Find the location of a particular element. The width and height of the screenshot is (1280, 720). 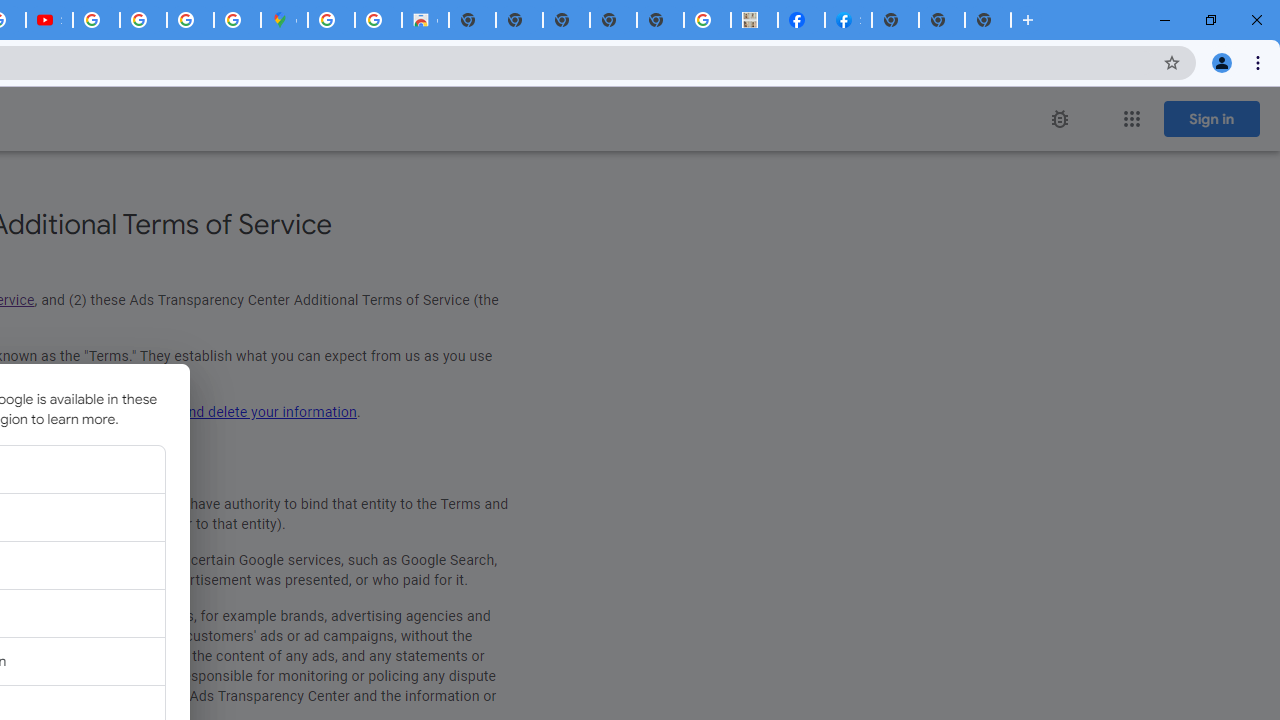

'Send Bug Report' is located at coordinates (1058, 119).